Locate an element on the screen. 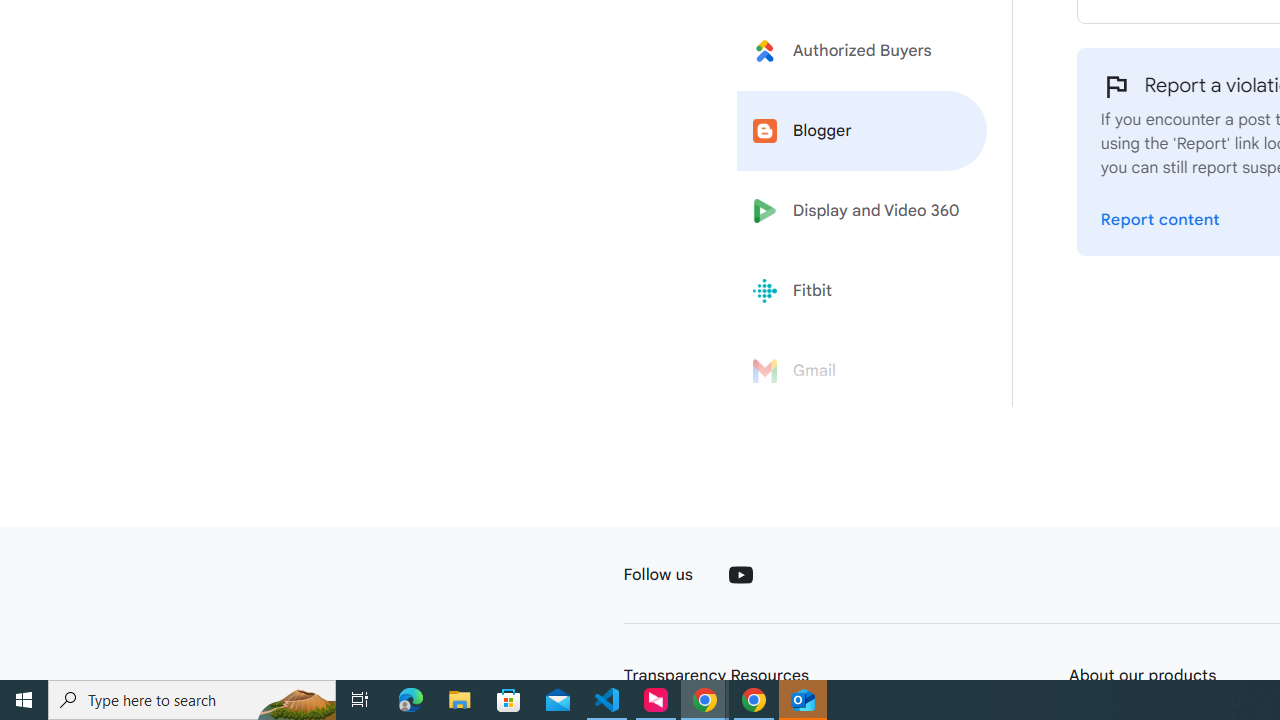 This screenshot has height=720, width=1280. 'Blogger' is located at coordinates (862, 131).